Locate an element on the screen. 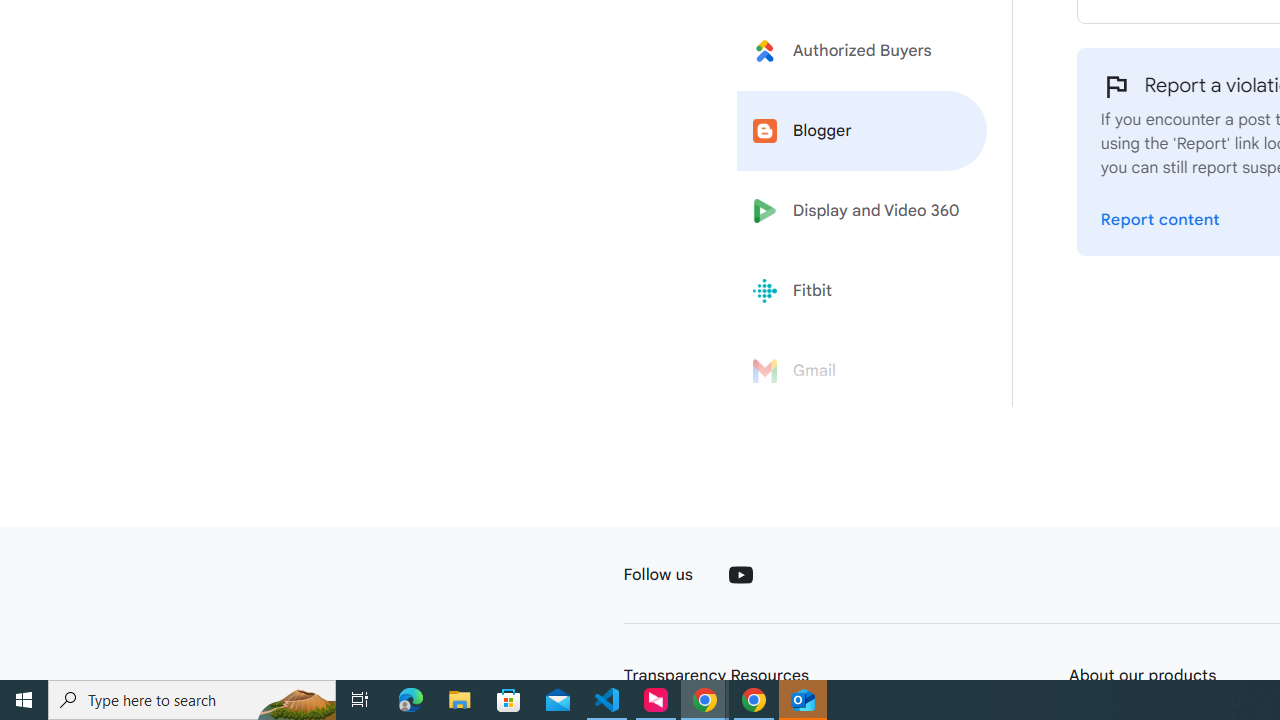 This screenshot has height=720, width=1280. 'Blogger' is located at coordinates (862, 131).